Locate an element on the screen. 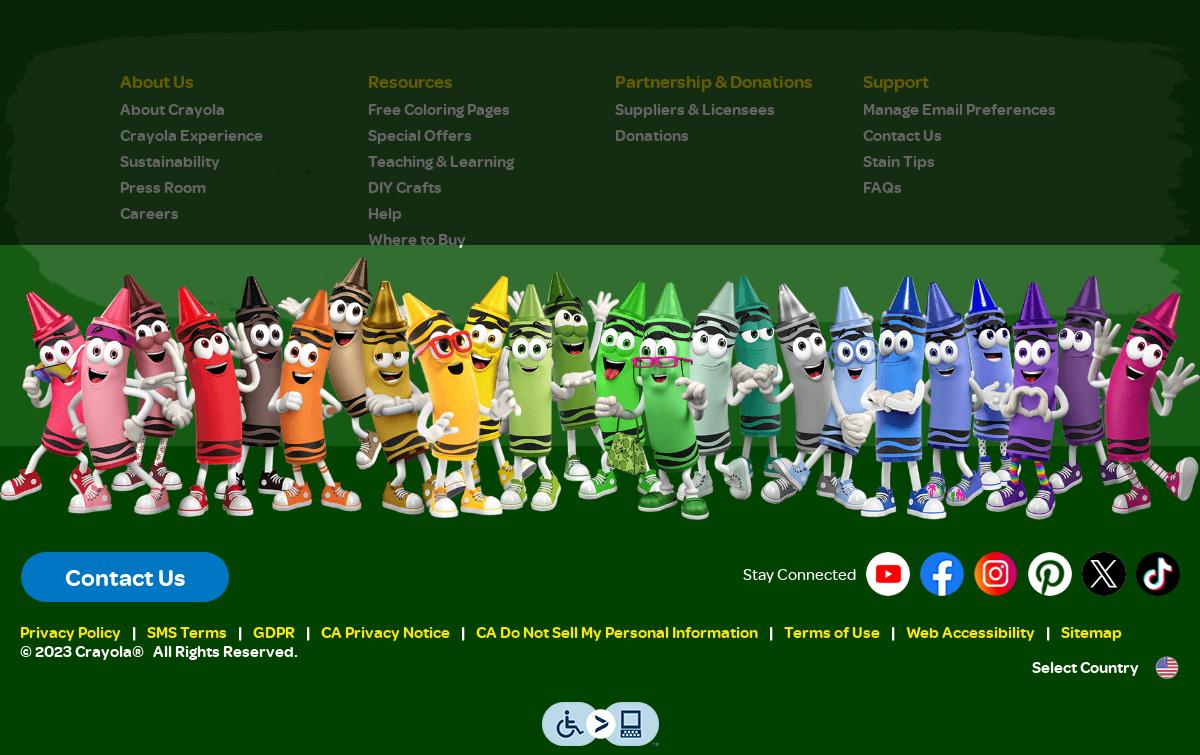  'Manage Email Preferences' is located at coordinates (958, 107).